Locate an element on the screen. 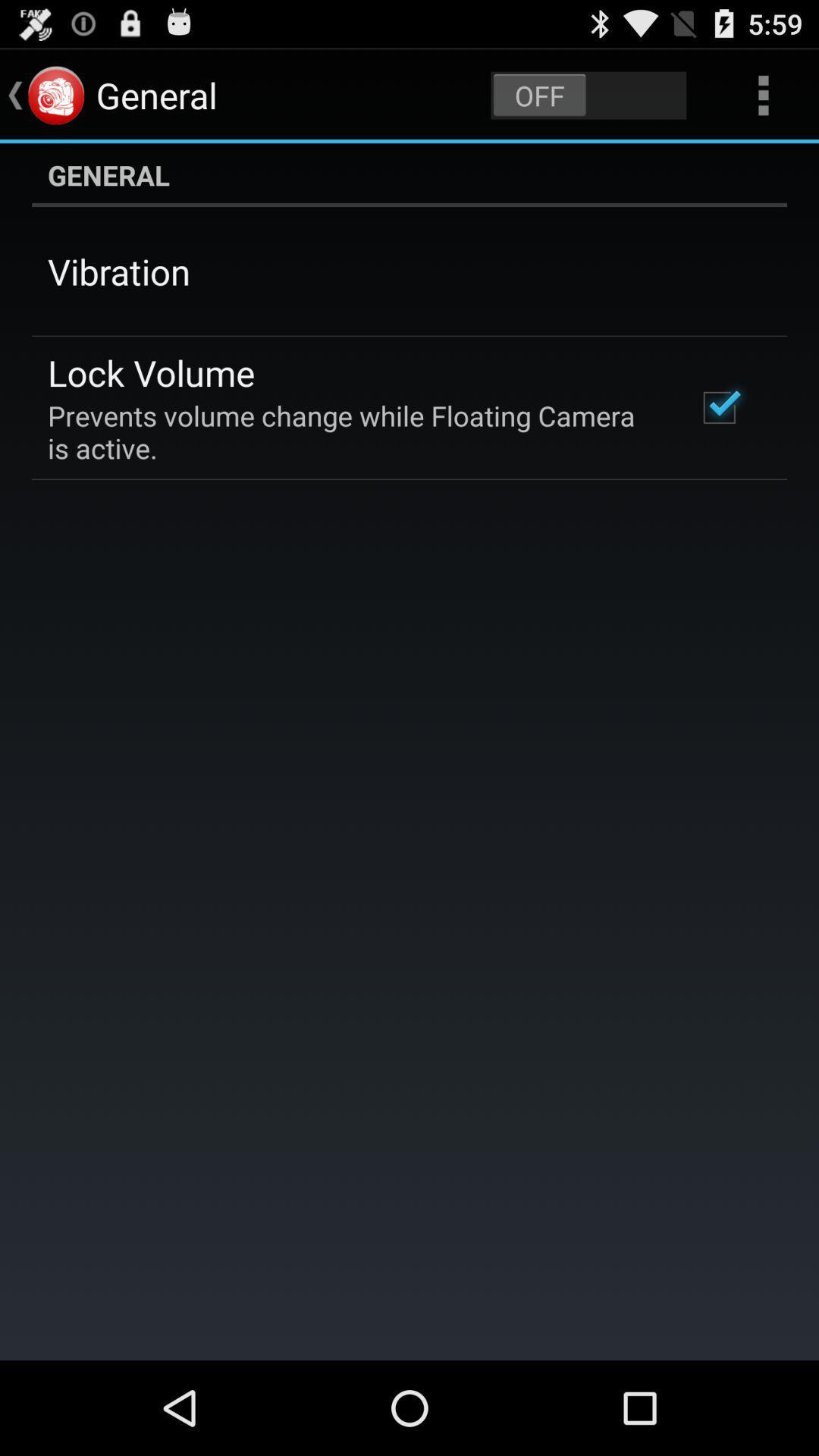 The height and width of the screenshot is (1456, 819). the prevents volume change icon is located at coordinates (351, 431).